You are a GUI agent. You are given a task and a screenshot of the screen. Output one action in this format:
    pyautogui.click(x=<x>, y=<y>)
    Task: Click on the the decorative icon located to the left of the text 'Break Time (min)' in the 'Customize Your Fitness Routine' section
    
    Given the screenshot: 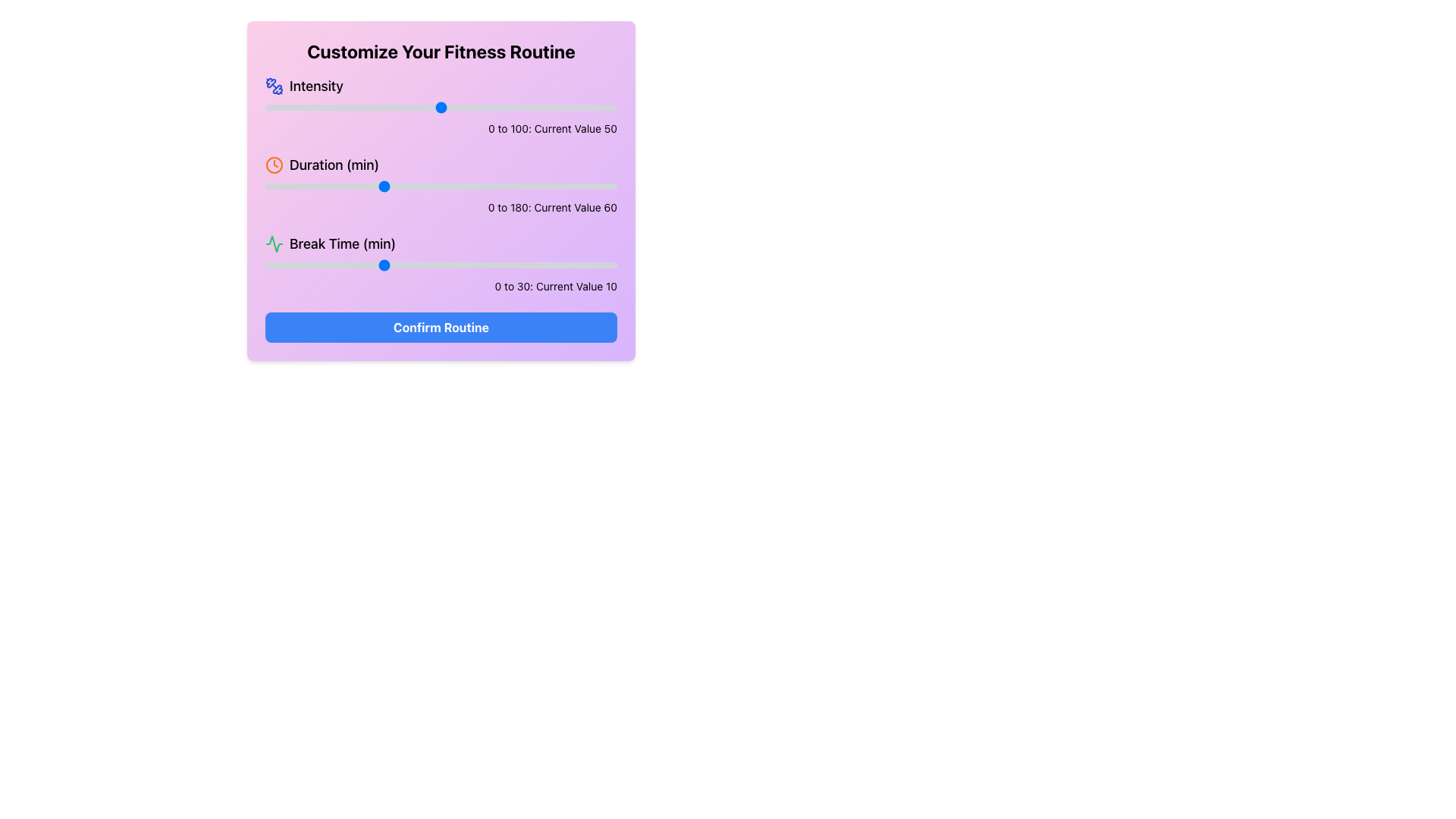 What is the action you would take?
    pyautogui.click(x=274, y=243)
    